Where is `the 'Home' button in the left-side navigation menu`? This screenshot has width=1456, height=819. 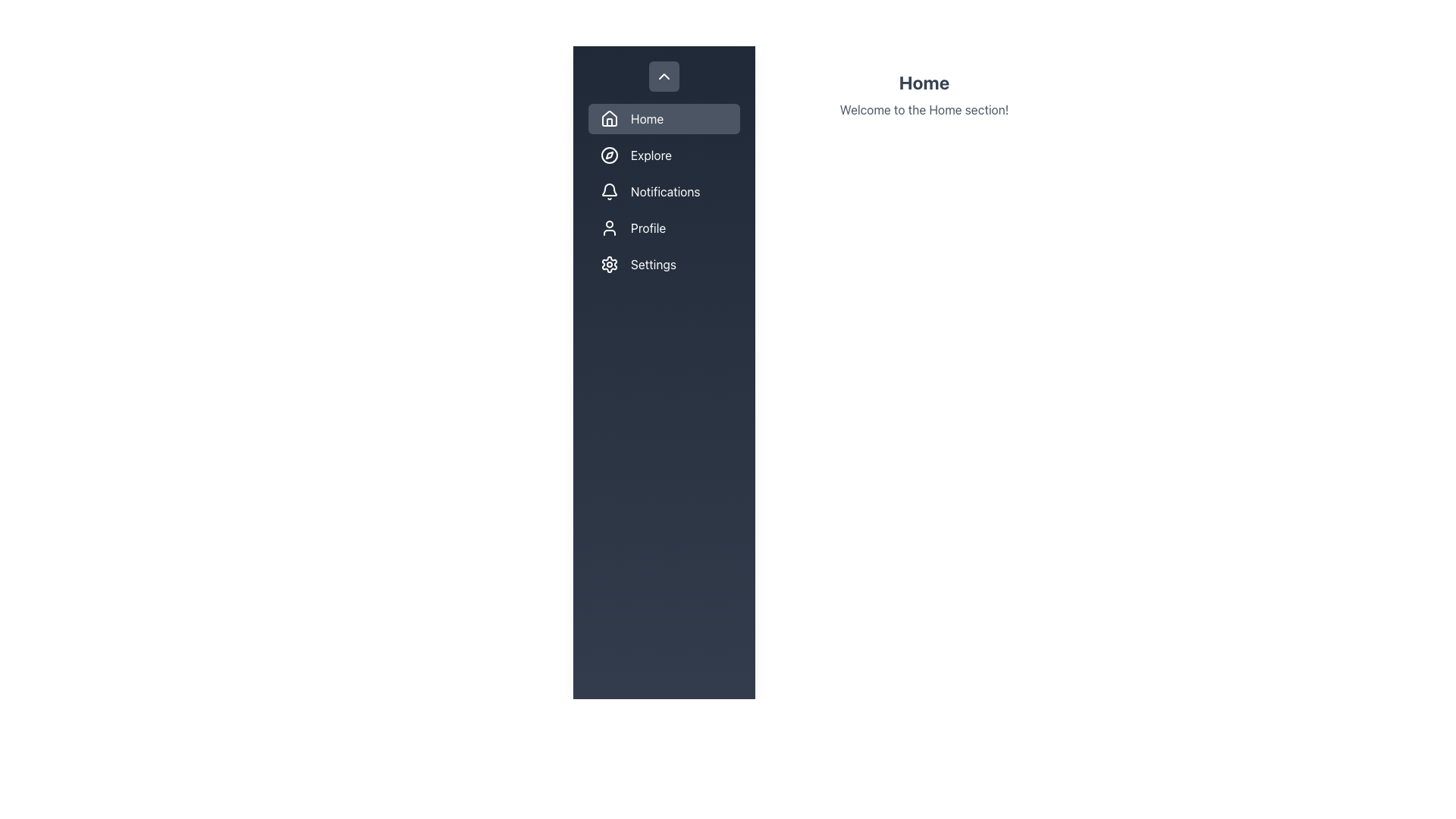
the 'Home' button in the left-side navigation menu is located at coordinates (664, 118).